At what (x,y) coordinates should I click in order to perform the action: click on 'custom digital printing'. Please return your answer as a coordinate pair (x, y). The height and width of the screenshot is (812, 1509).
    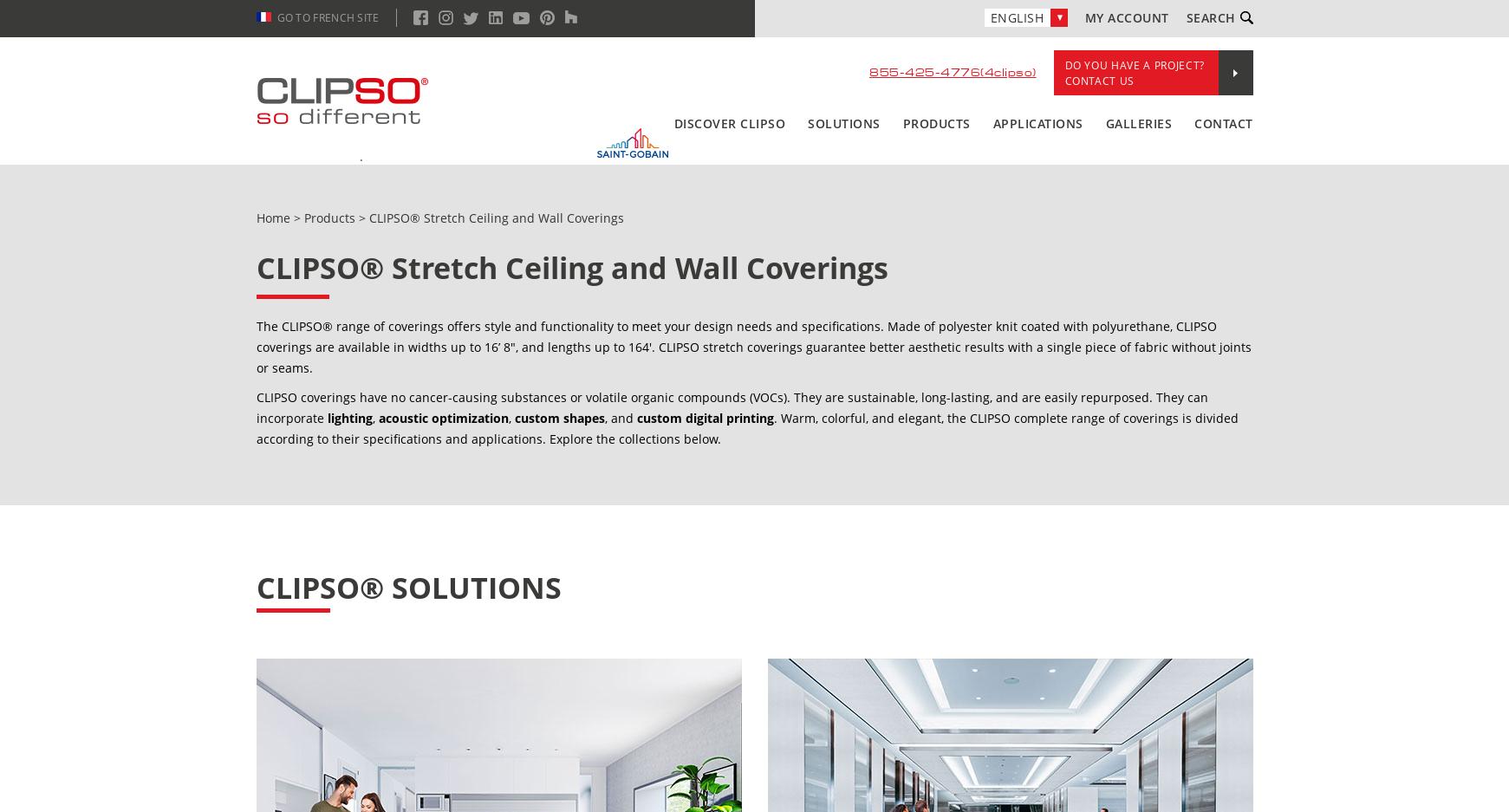
    Looking at the image, I should click on (704, 418).